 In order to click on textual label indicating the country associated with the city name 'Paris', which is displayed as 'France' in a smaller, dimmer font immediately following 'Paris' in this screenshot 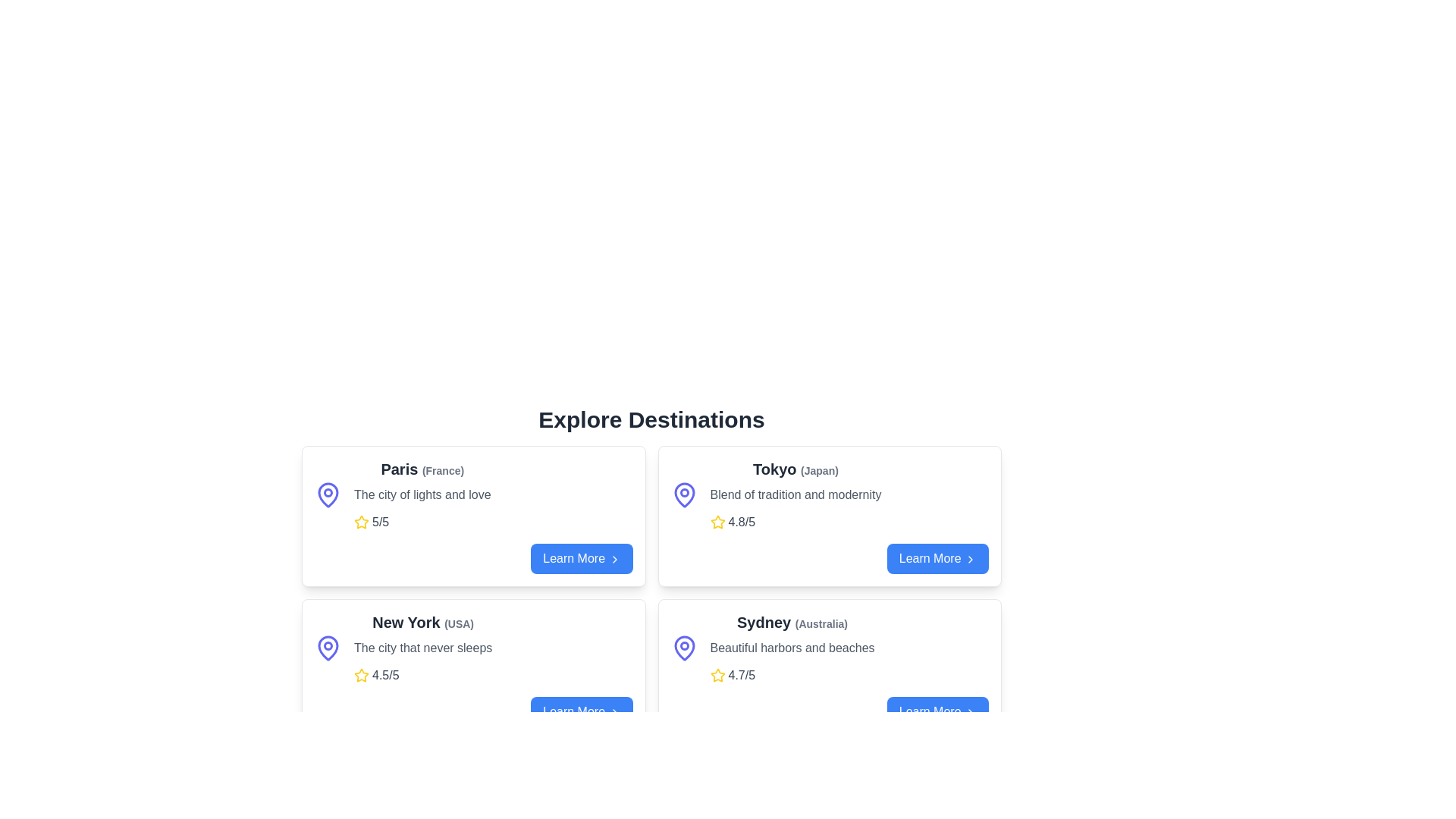, I will do `click(442, 470)`.